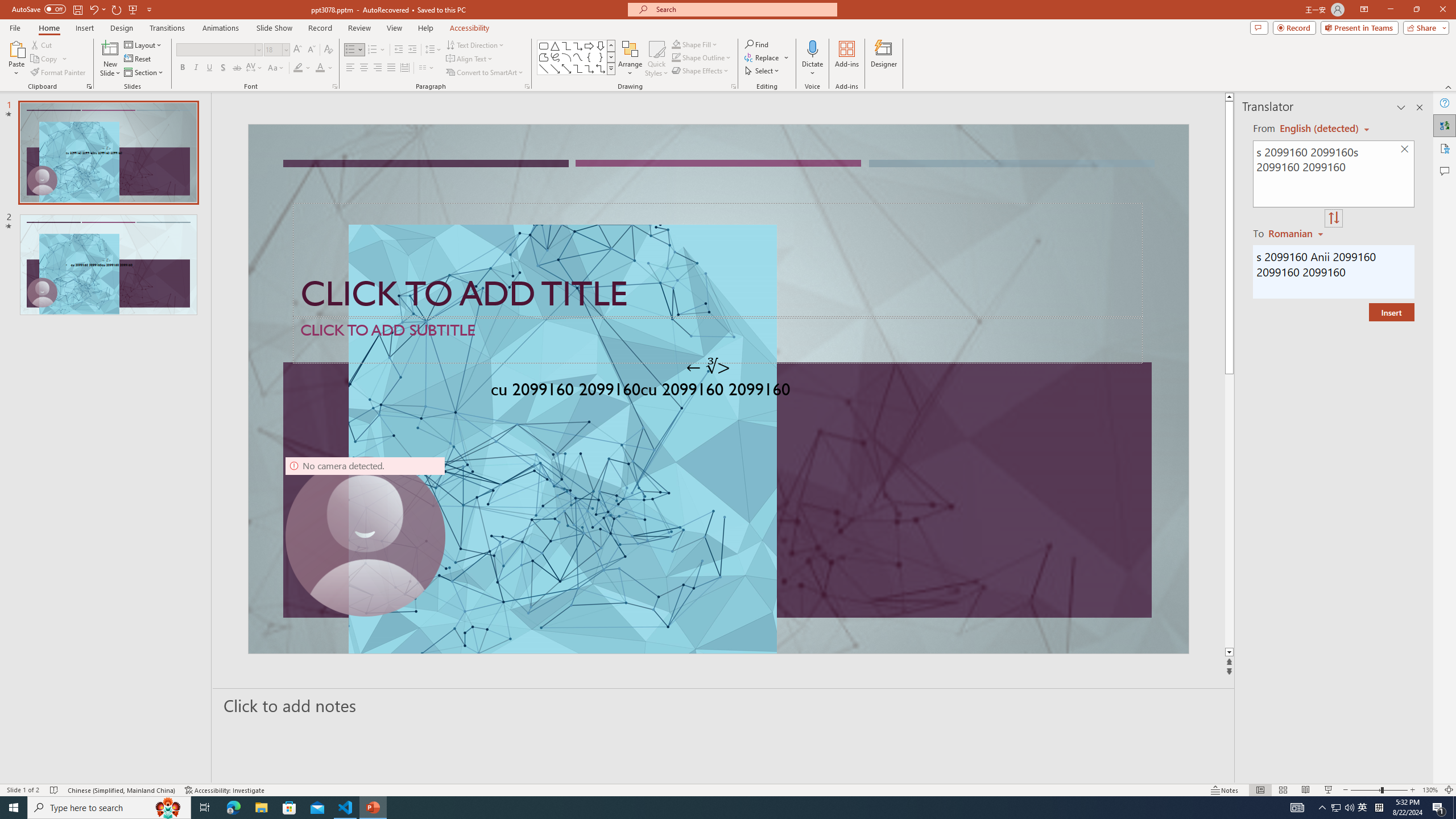 Image resolution: width=1456 pixels, height=819 pixels. What do you see at coordinates (716, 391) in the screenshot?
I see `'TextBox 61'` at bounding box center [716, 391].